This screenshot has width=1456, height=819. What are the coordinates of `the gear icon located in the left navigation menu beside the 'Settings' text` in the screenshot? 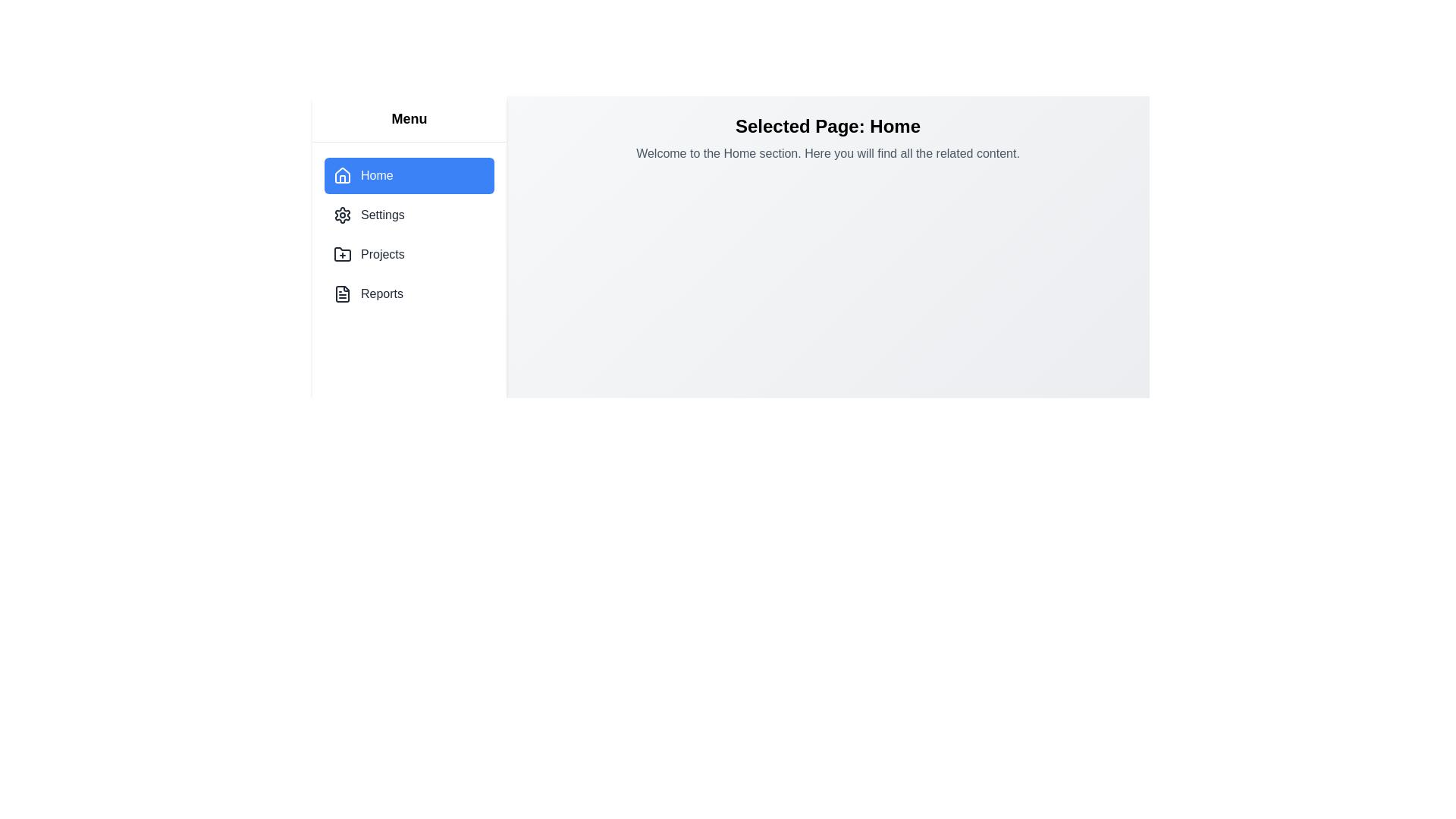 It's located at (341, 215).